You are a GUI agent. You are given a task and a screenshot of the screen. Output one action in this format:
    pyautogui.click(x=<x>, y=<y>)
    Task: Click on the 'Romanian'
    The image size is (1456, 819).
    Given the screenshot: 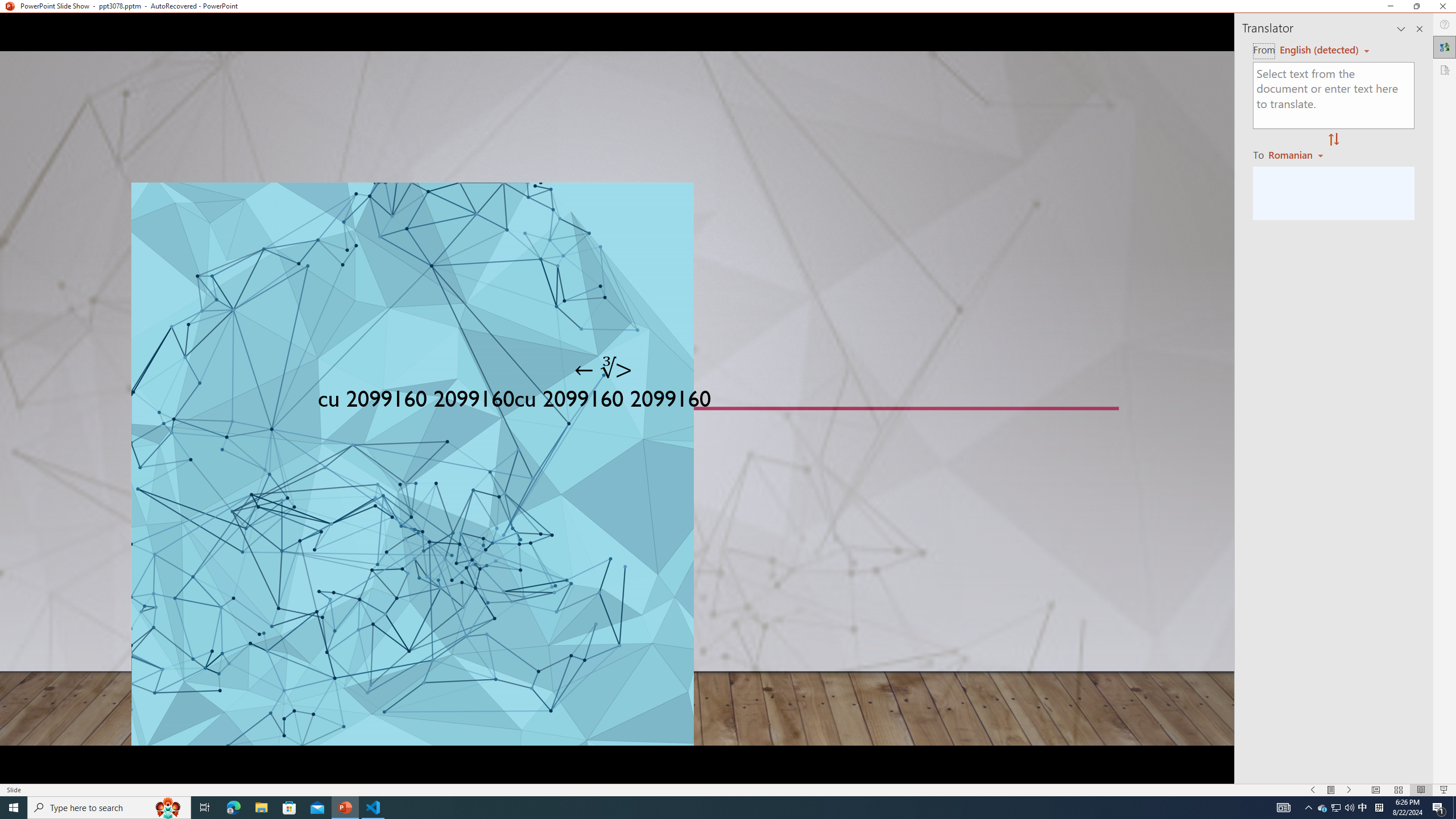 What is the action you would take?
    pyautogui.click(x=1296, y=154)
    